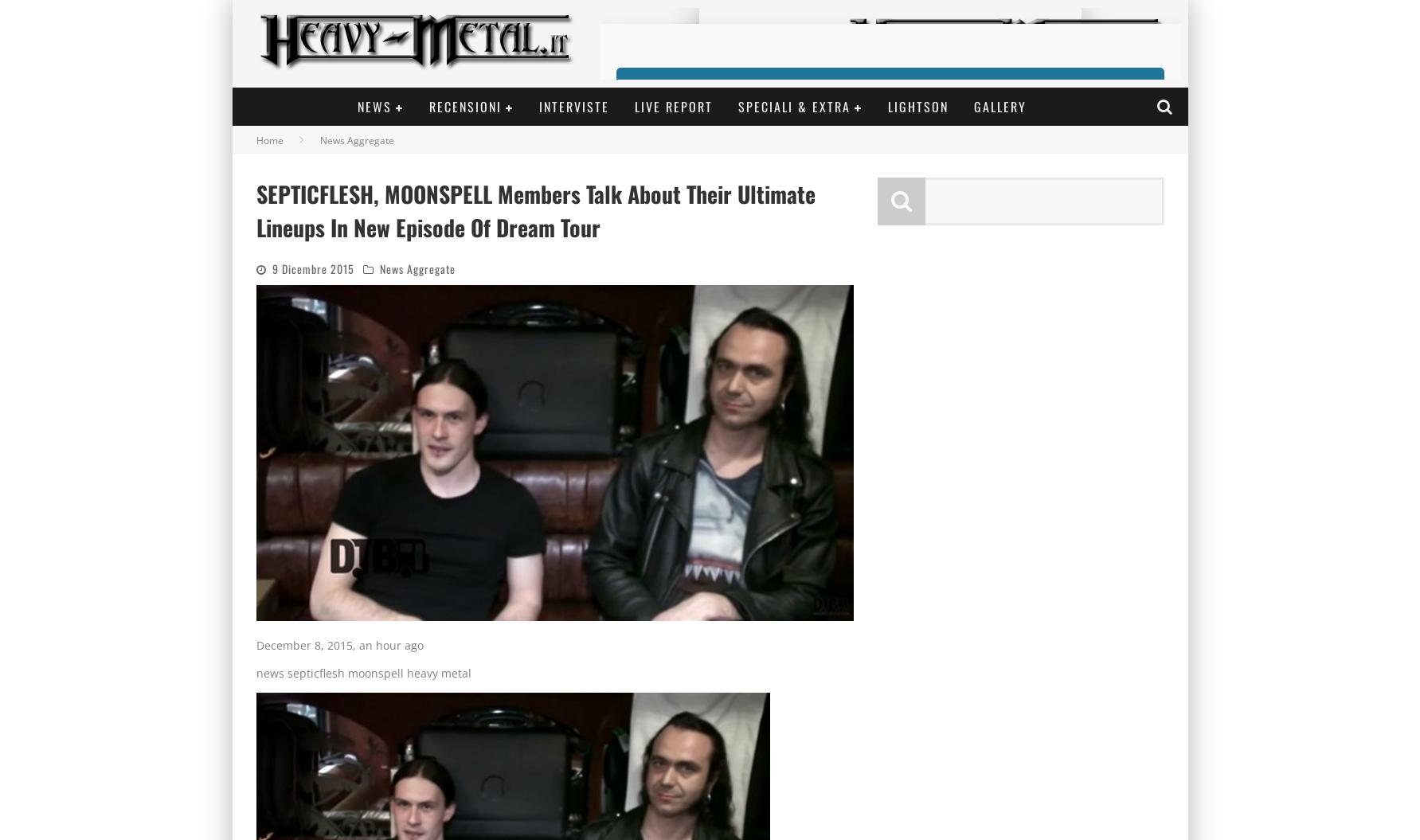 The image size is (1420, 840). I want to click on 'news', so click(268, 673).